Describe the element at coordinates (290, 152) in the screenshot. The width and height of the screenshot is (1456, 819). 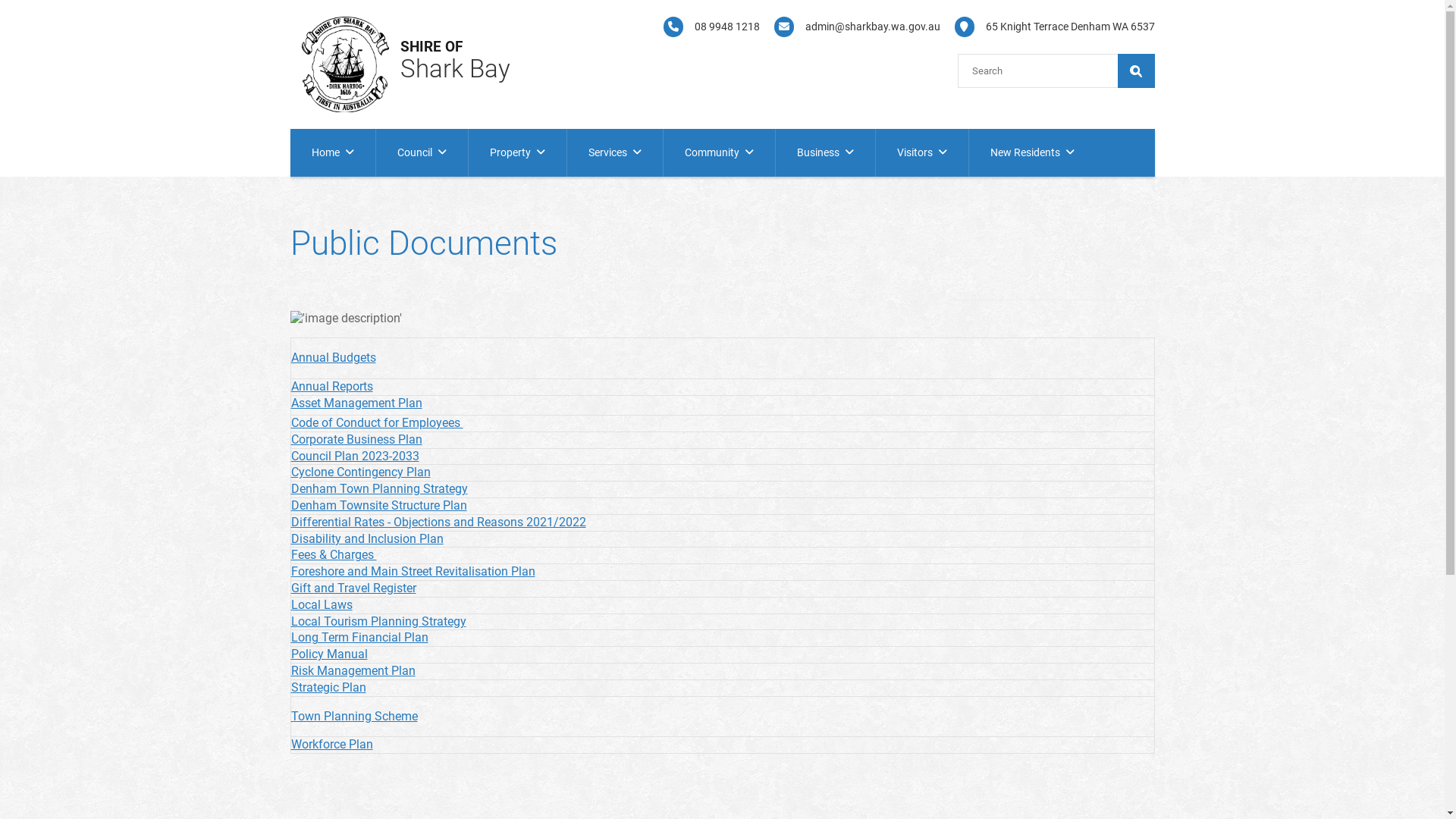
I see `'Home'` at that location.